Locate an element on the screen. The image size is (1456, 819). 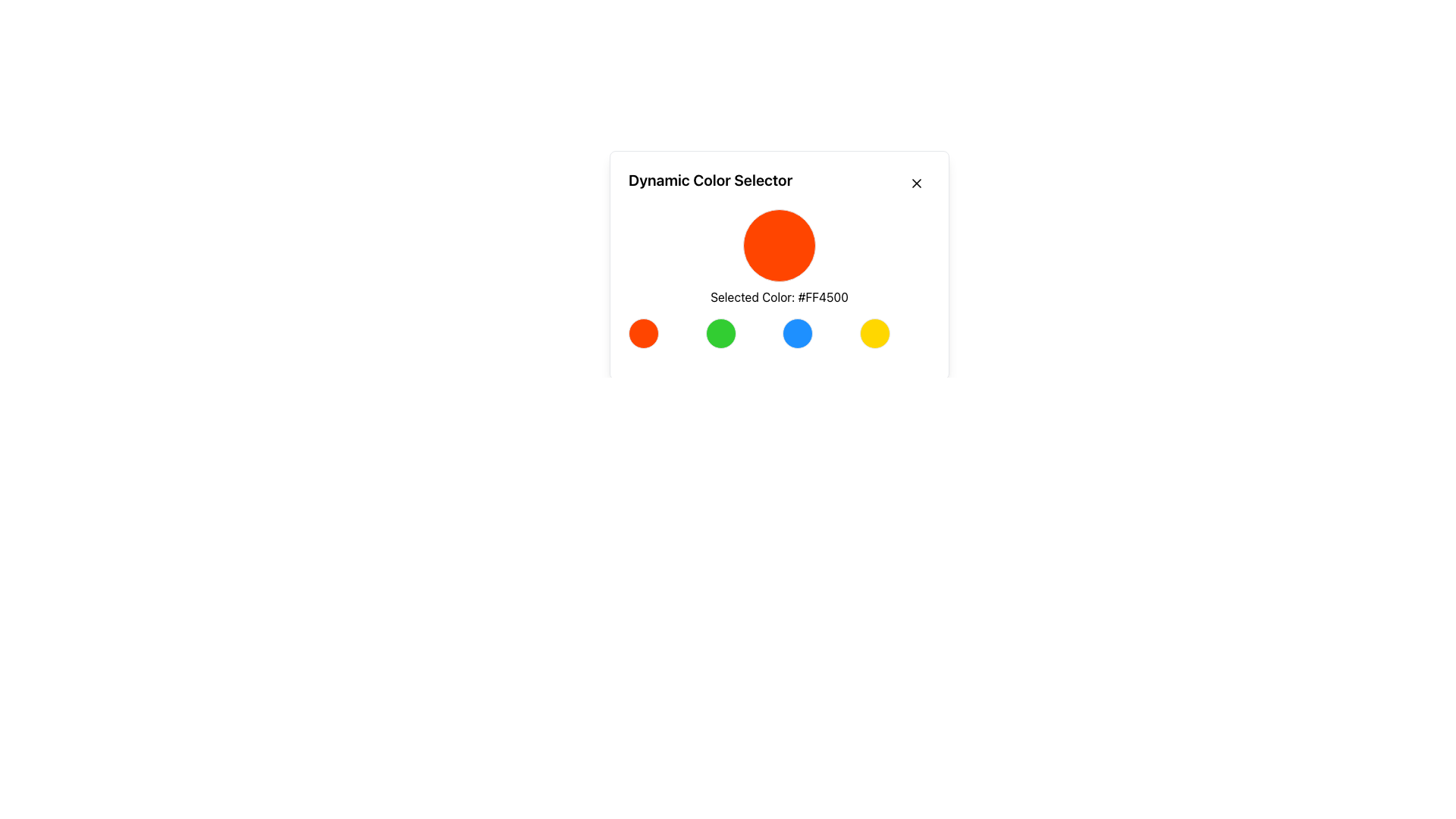
the grid of interactive color buttons located within the modal under the text 'Selected Color: #FF4500' is located at coordinates (779, 332).